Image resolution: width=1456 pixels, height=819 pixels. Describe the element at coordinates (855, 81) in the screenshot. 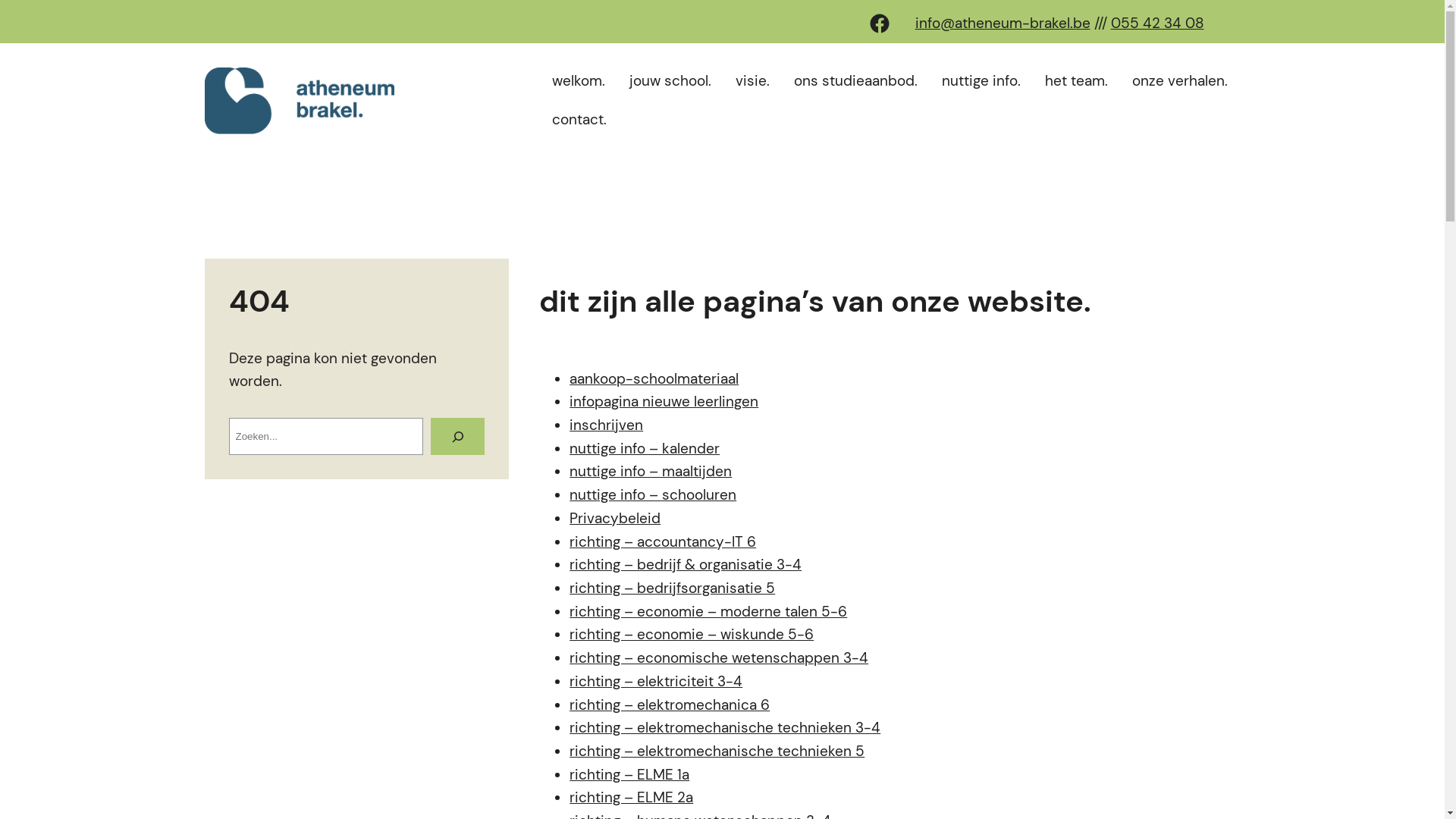

I see `'ons studieaanbod.'` at that location.